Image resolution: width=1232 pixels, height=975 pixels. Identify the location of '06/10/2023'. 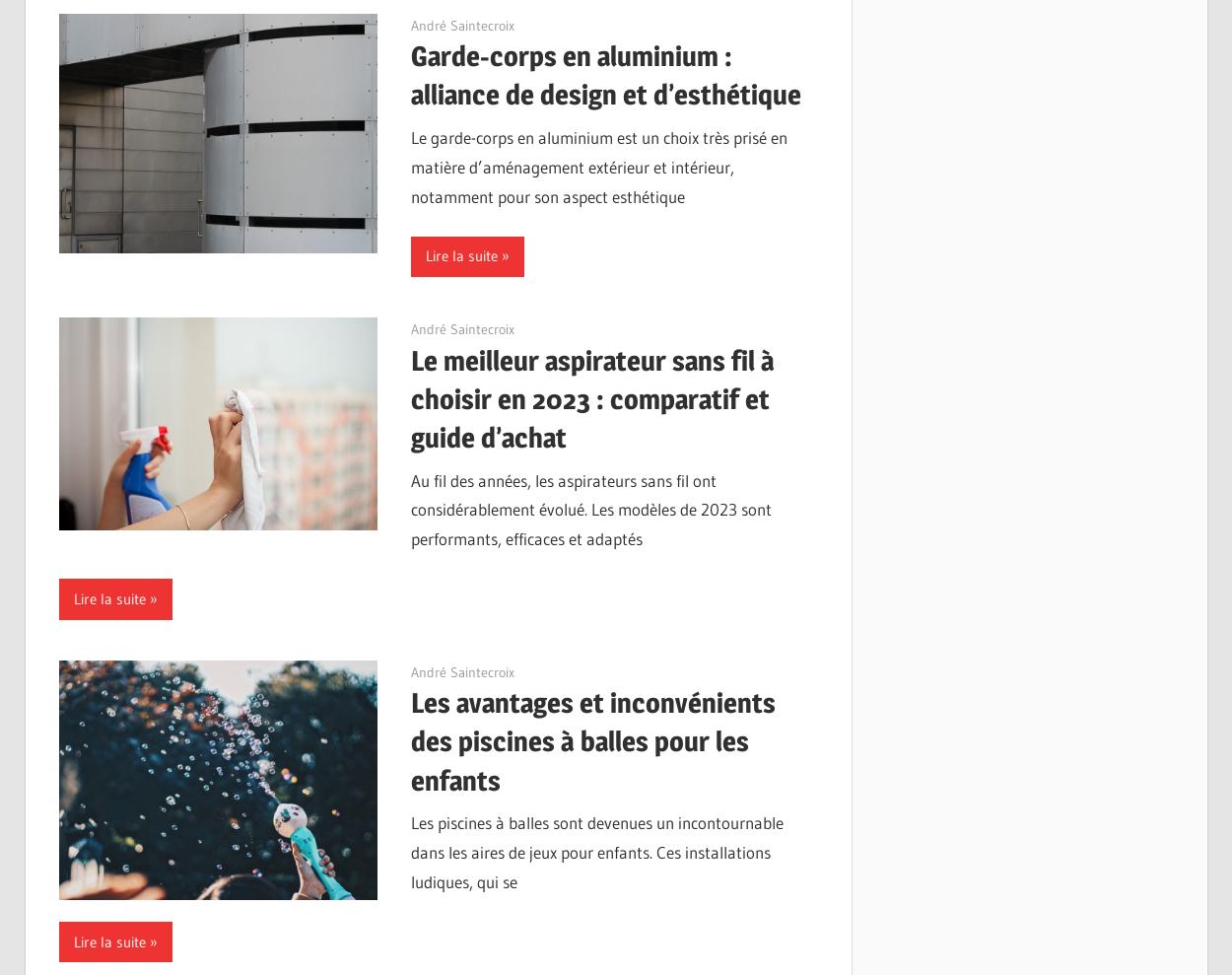
(411, 24).